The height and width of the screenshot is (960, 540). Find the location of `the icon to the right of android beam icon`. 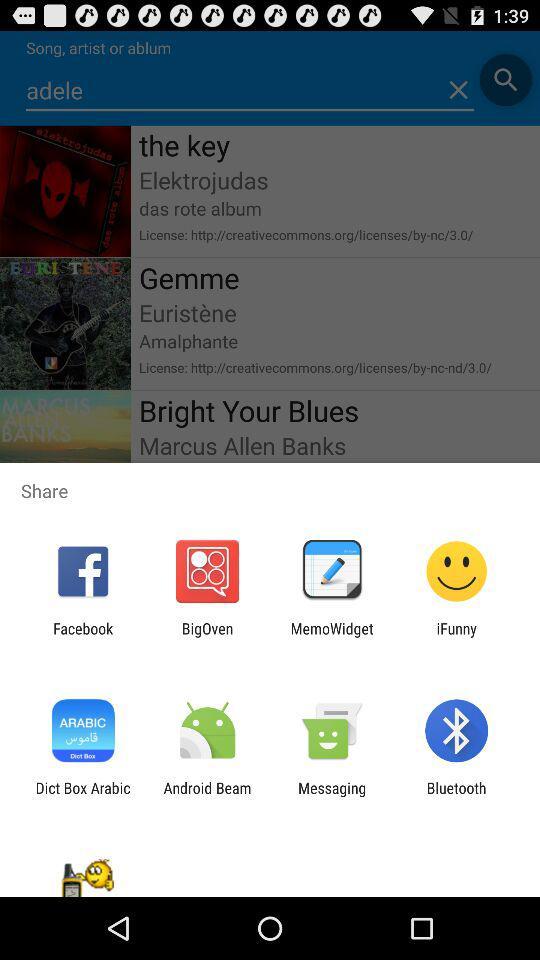

the icon to the right of android beam icon is located at coordinates (332, 796).